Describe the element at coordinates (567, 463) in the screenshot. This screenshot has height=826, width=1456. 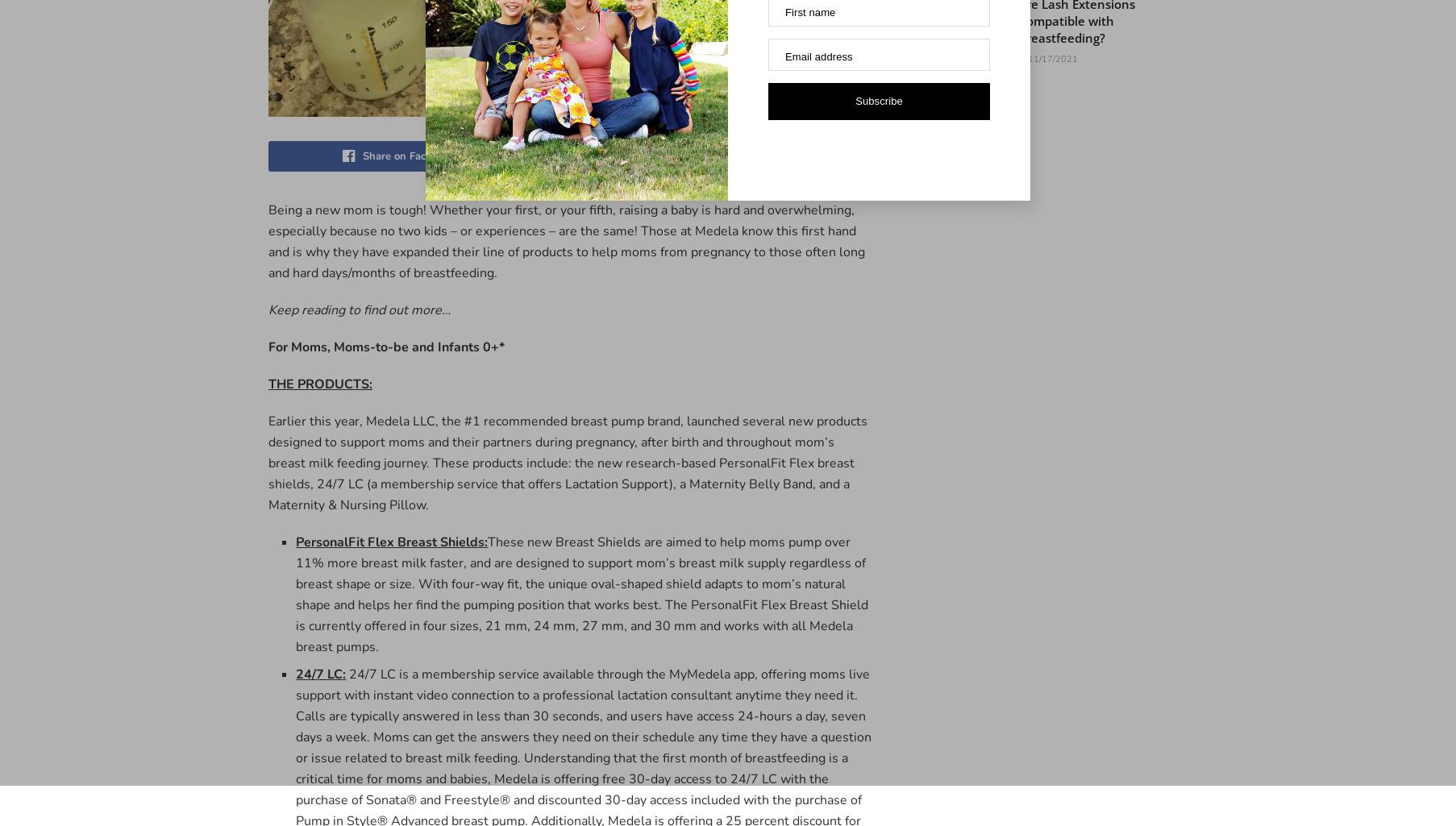
I see `'Earlier this year, Medela LLC, the #1 recommended breast pump brand, launched several new products designed to support moms and their partners during pregnancy, after birth and throughout mom’s breast milk feeding journey. These products include: the new research-based PersonalFit Flex breast shields, 24/7 LC (a membership service that offers Lactation Support), a Maternity Belly Band, and a Maternity & Nursing Pillow.'` at that location.